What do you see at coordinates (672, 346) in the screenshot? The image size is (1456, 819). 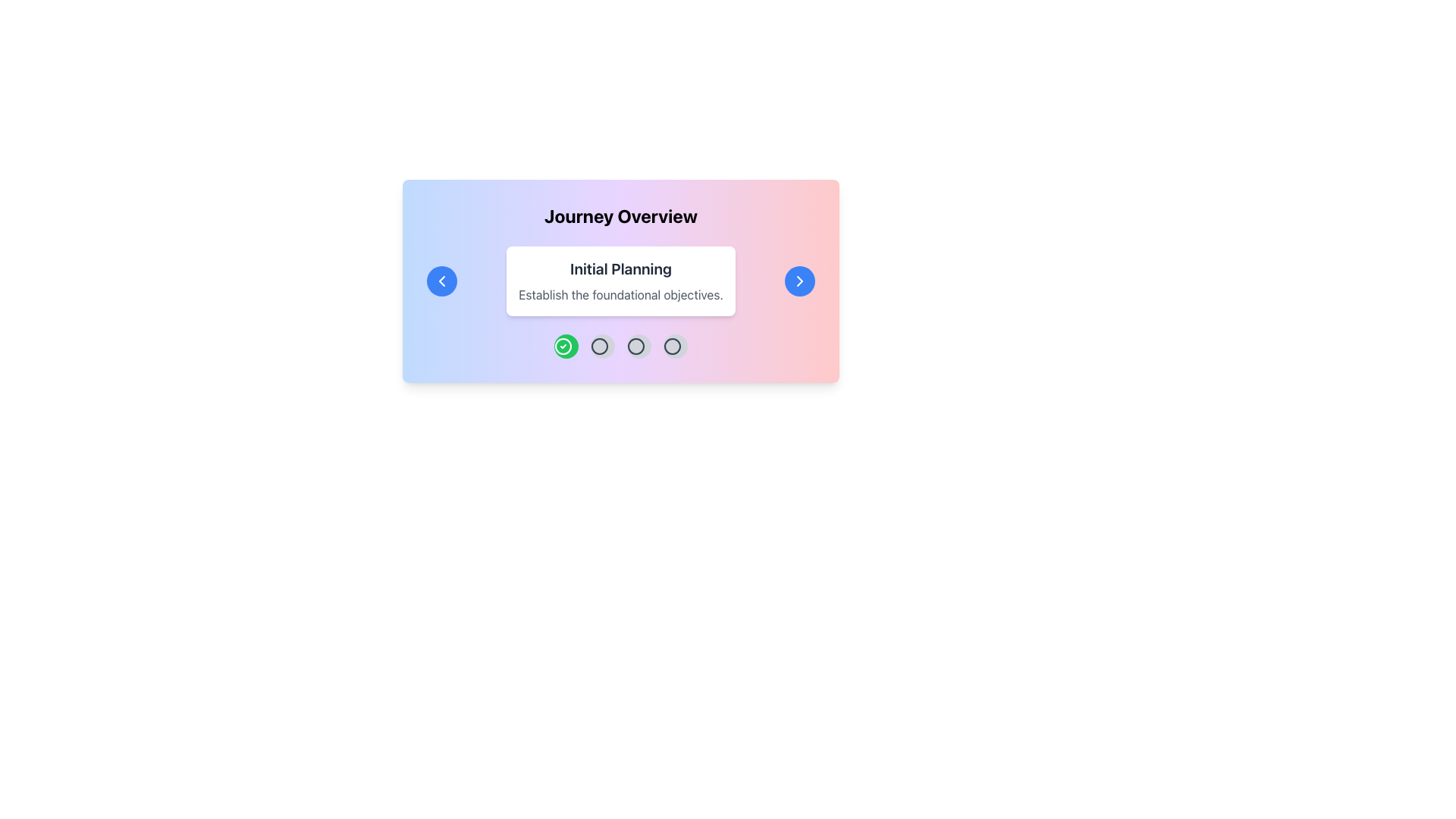 I see `the circle located at the central bottom portion of the card, which is the third element in a series of four circular items` at bounding box center [672, 346].